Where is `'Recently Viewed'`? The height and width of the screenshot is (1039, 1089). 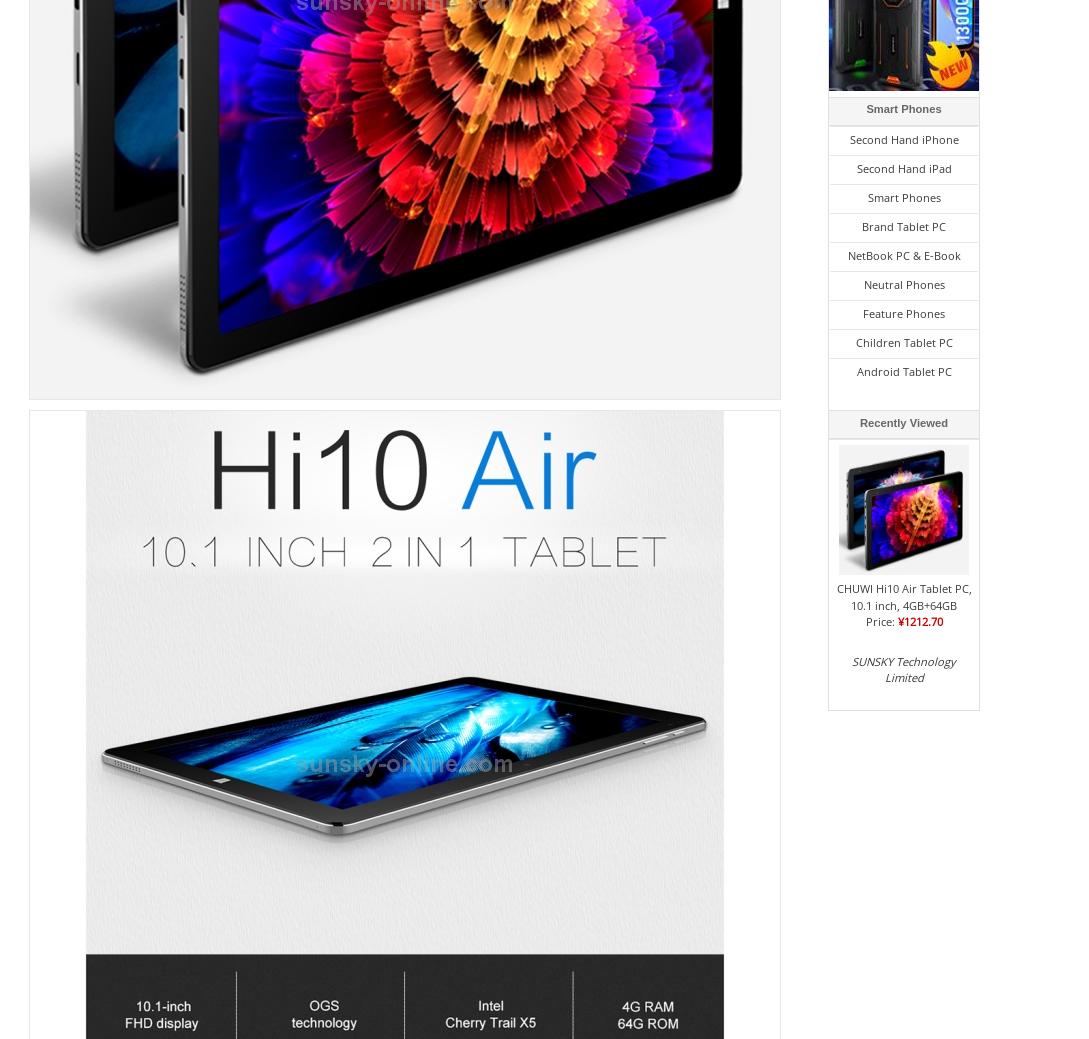 'Recently Viewed' is located at coordinates (859, 421).